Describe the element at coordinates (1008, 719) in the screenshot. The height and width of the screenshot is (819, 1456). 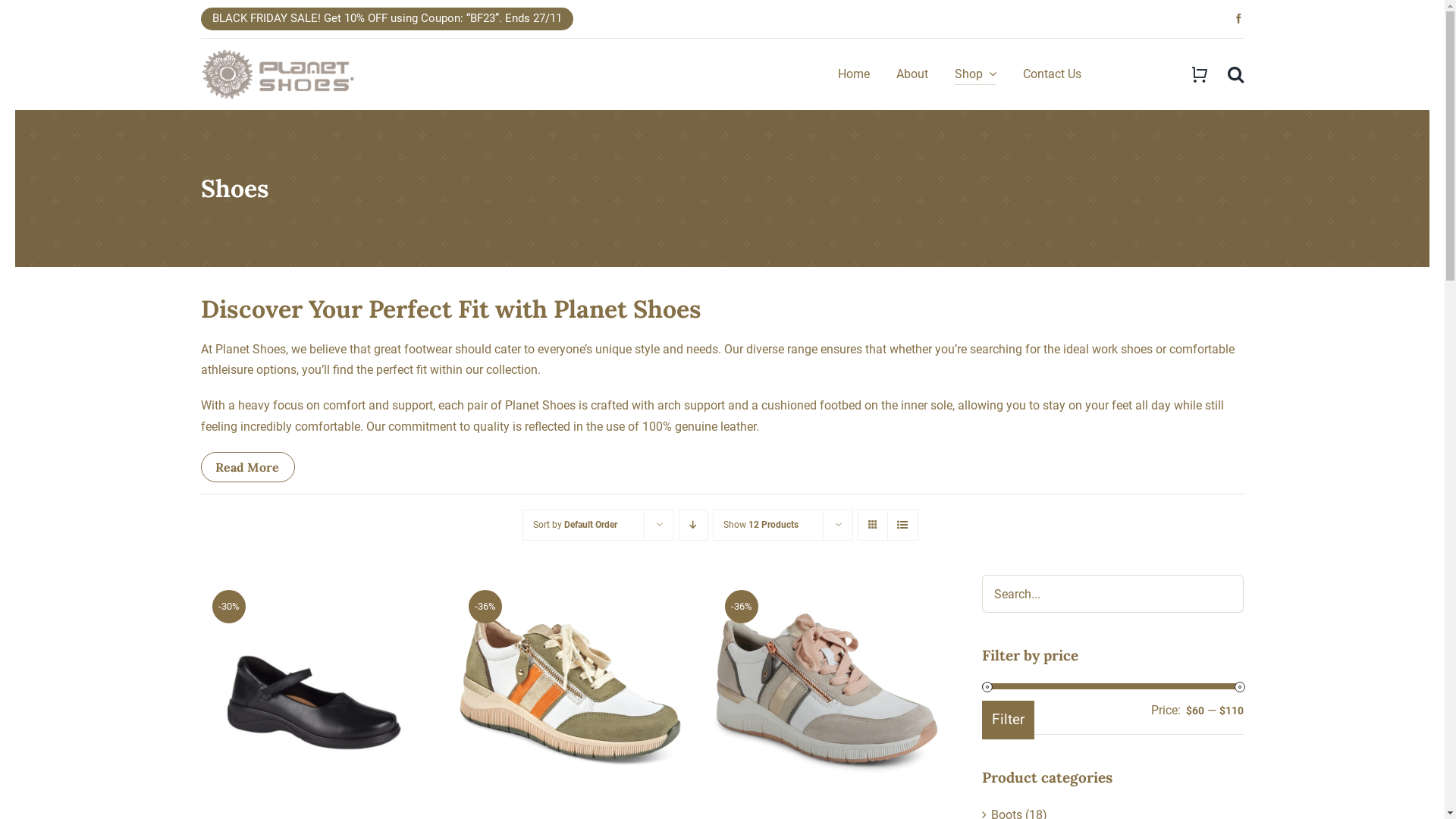
I see `'Filter'` at that location.